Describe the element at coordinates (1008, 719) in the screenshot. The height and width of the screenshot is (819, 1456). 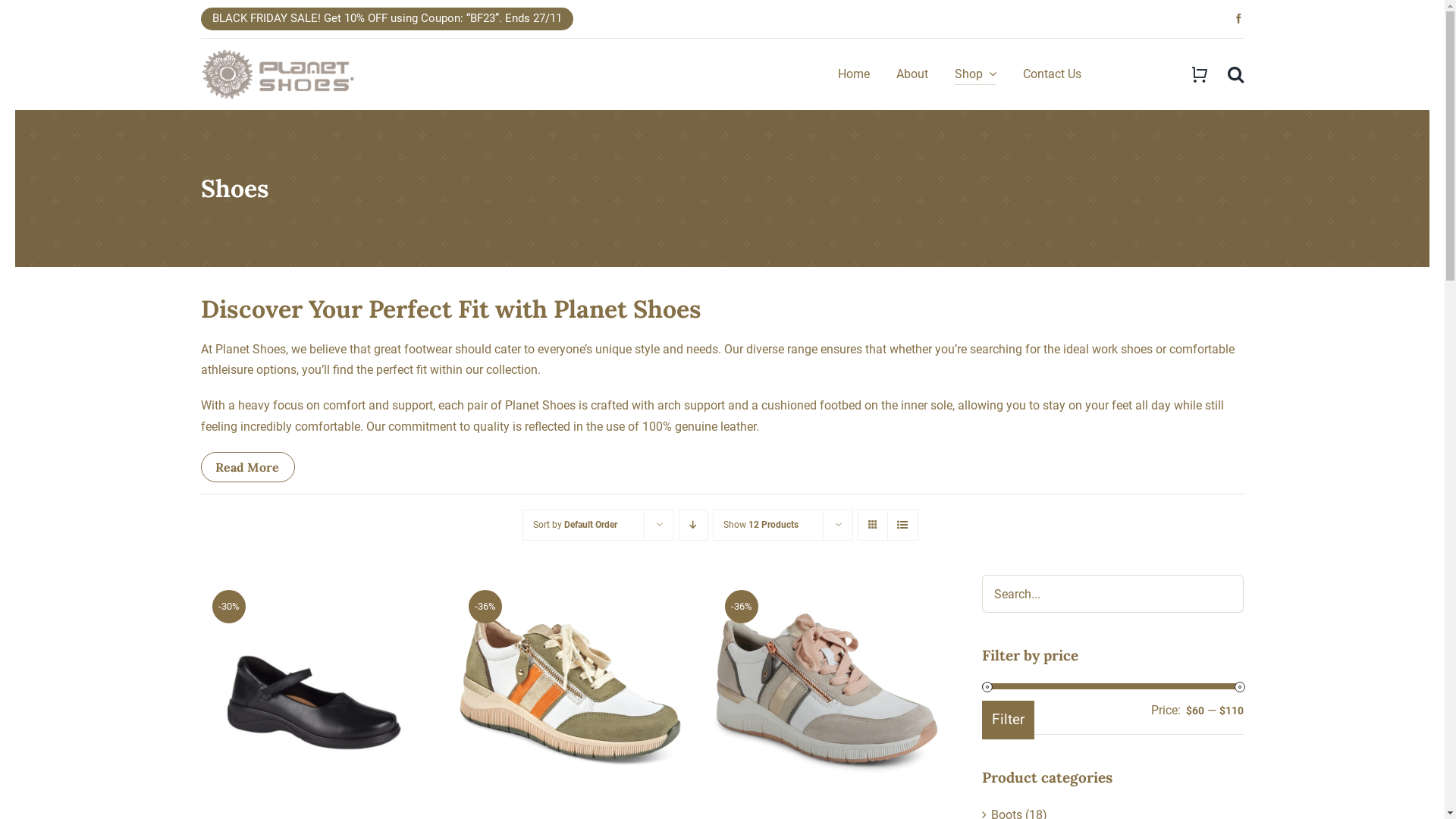
I see `'Filter'` at that location.